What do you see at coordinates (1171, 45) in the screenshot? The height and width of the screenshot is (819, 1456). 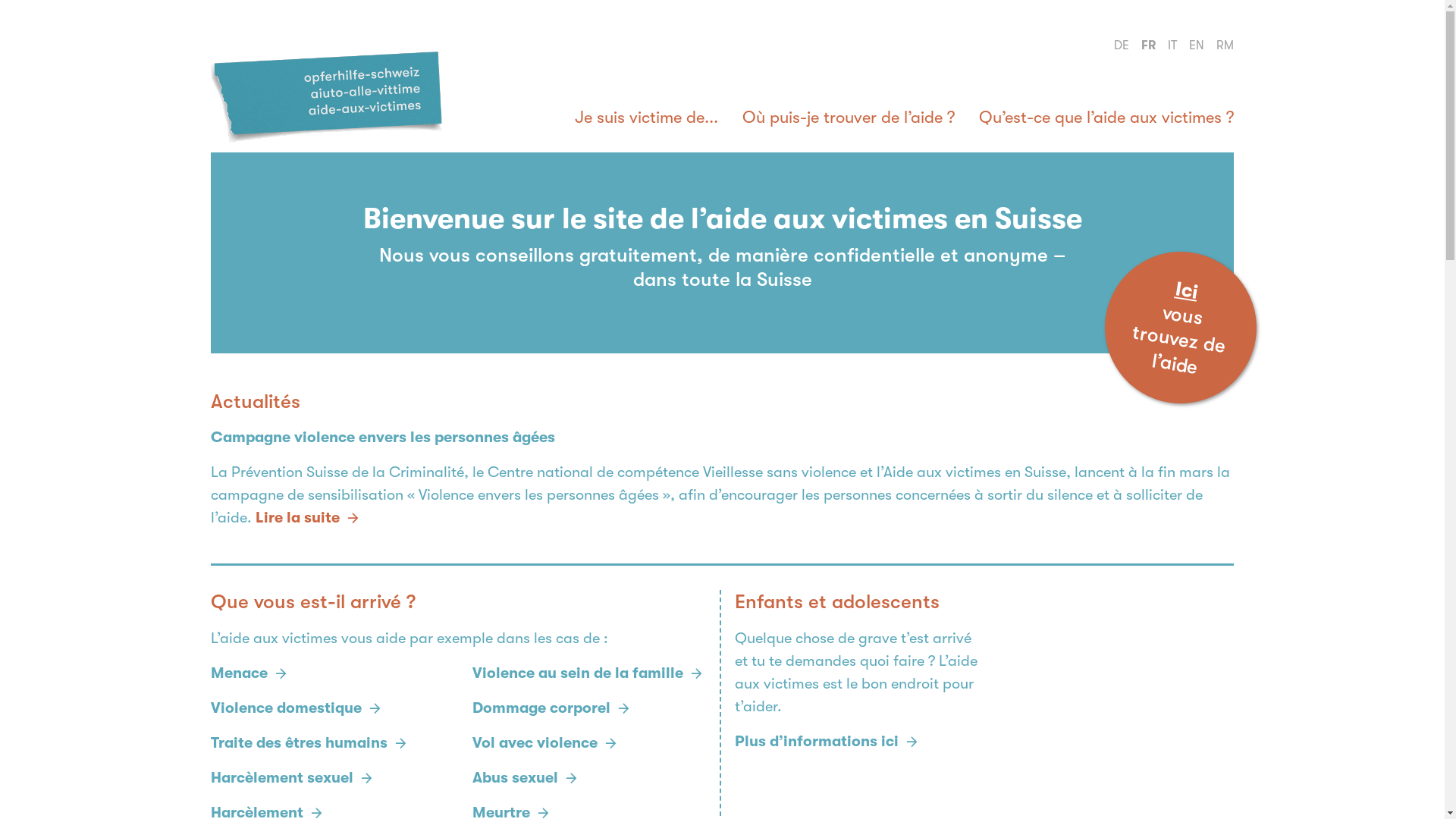 I see `'IT'` at bounding box center [1171, 45].